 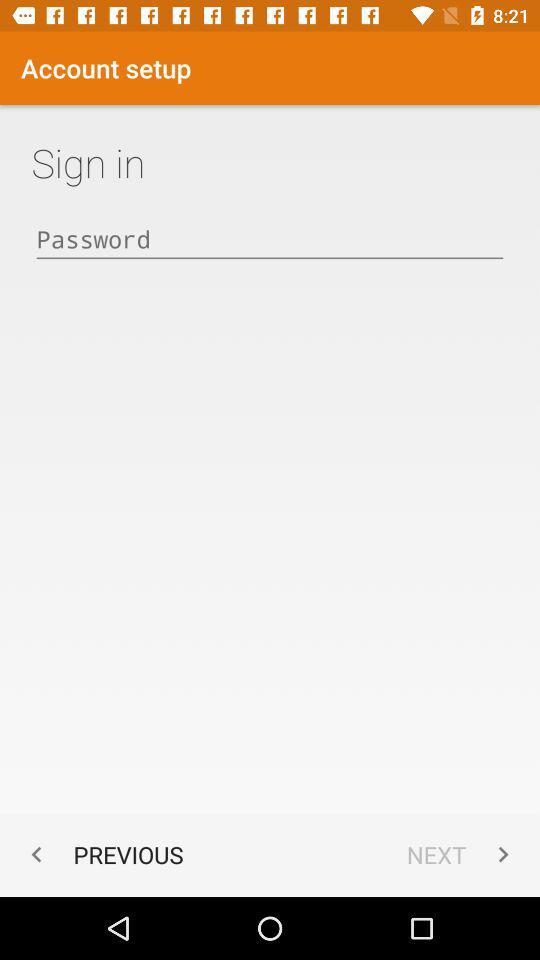 What do you see at coordinates (102, 853) in the screenshot?
I see `previous` at bounding box center [102, 853].